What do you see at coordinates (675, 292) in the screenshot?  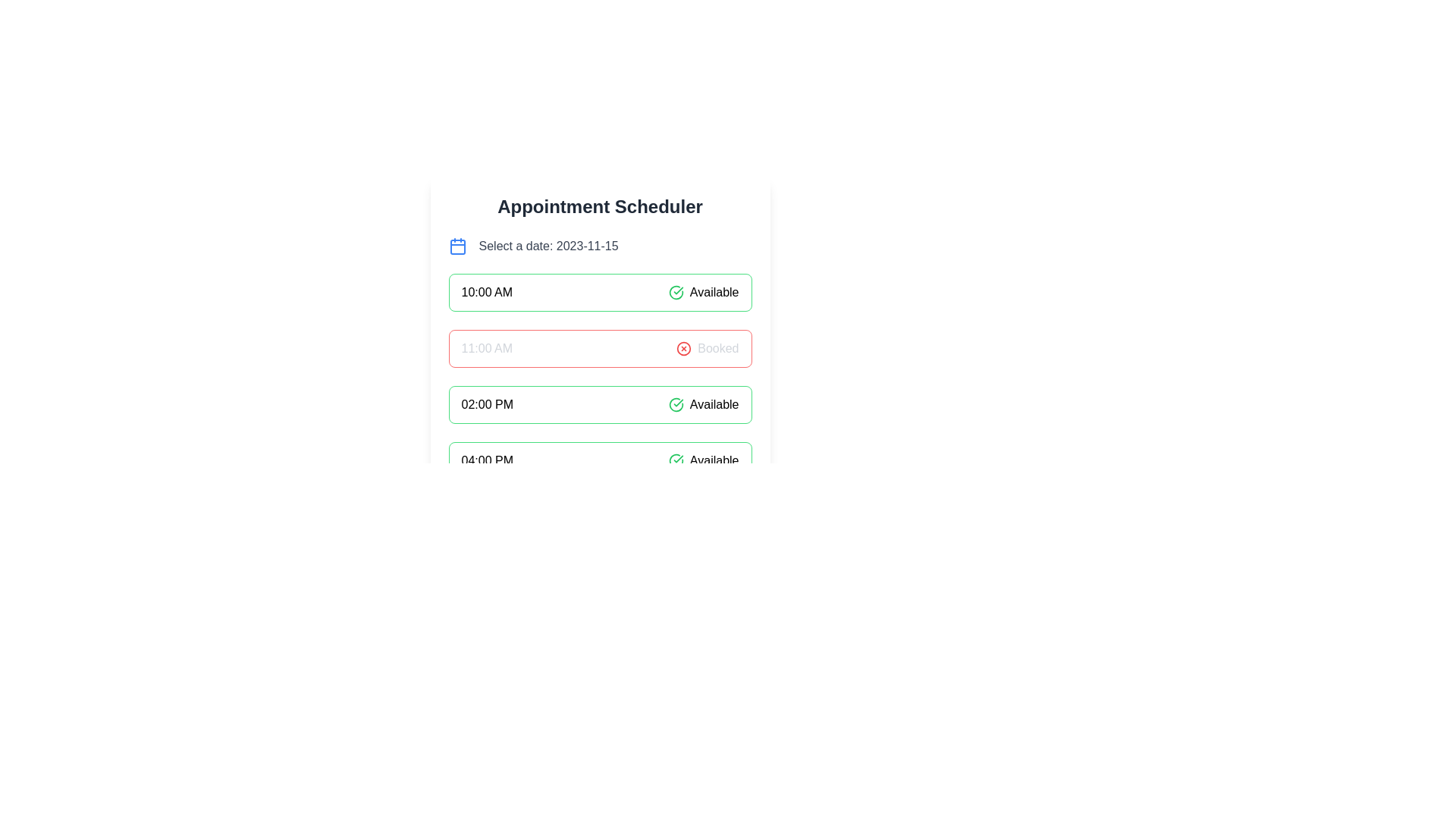 I see `the green circular icon with a white checkmark located next to the text 'Available' in the '02:00 PM' time slot row` at bounding box center [675, 292].